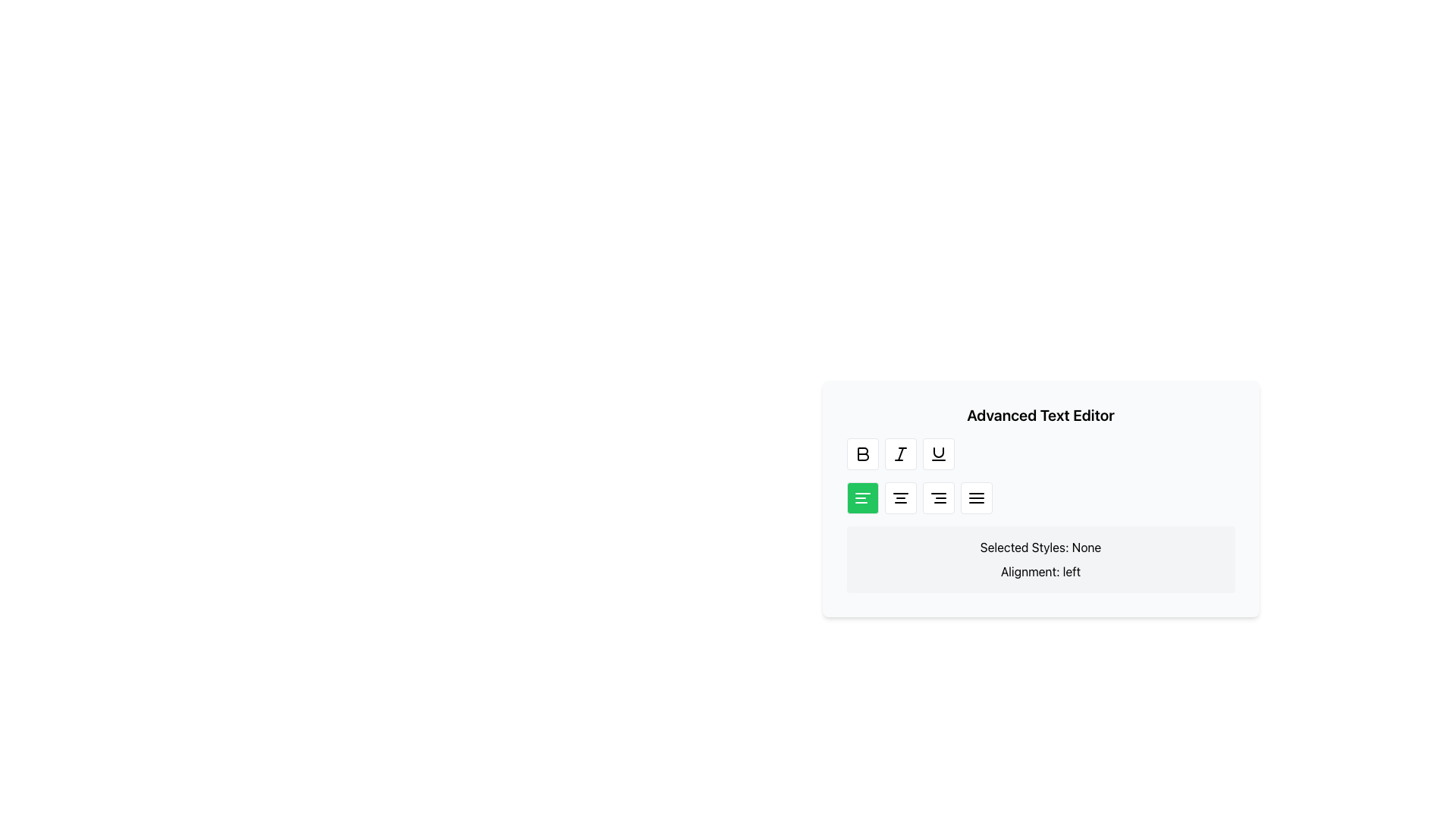 The width and height of the screenshot is (1456, 819). What do you see at coordinates (862, 497) in the screenshot?
I see `the leftmost alignment button in the horizontal group of four alignment buttons in the text editor for keyboard navigation` at bounding box center [862, 497].